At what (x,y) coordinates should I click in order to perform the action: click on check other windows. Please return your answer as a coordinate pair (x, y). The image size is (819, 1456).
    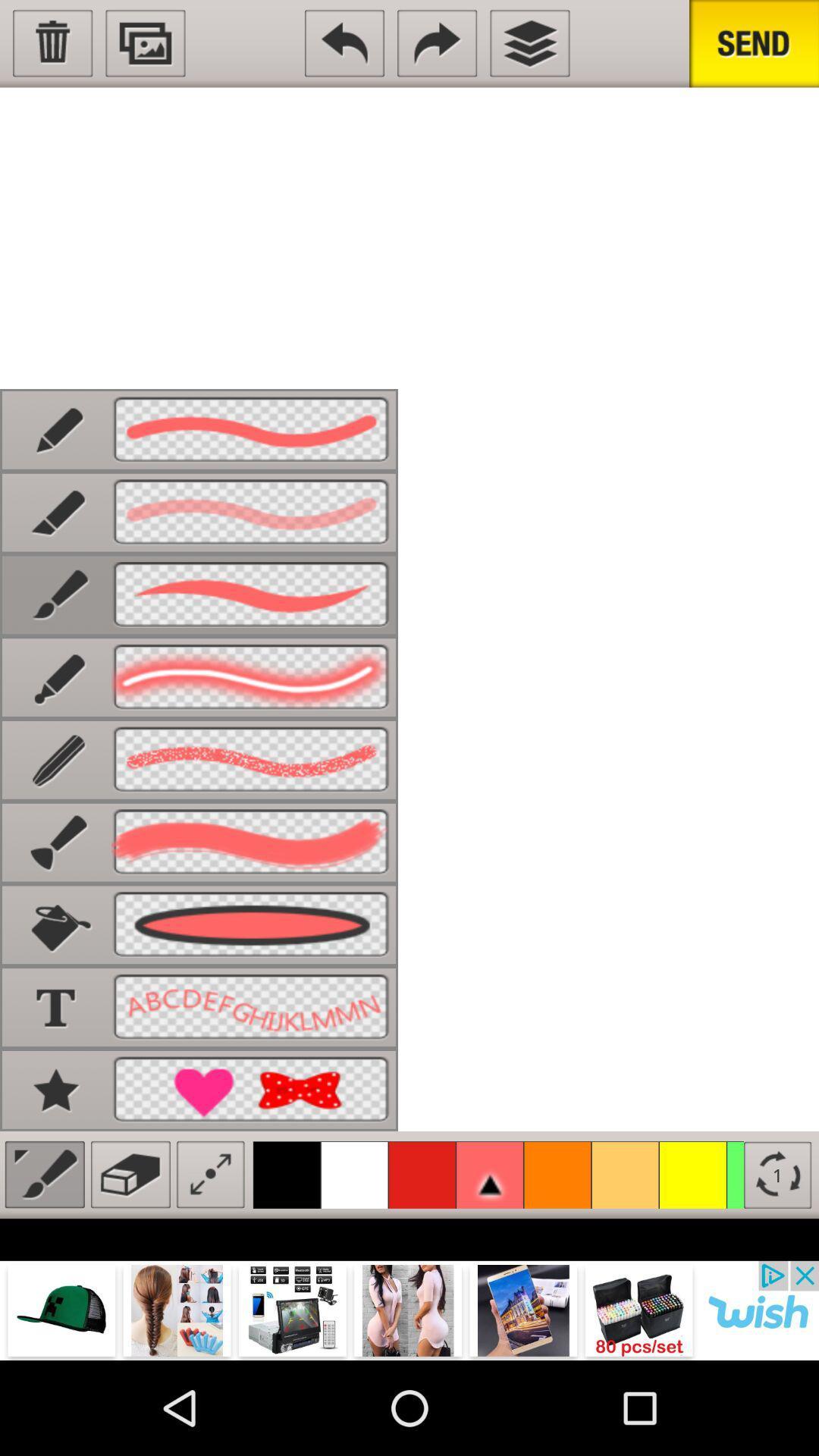
    Looking at the image, I should click on (529, 43).